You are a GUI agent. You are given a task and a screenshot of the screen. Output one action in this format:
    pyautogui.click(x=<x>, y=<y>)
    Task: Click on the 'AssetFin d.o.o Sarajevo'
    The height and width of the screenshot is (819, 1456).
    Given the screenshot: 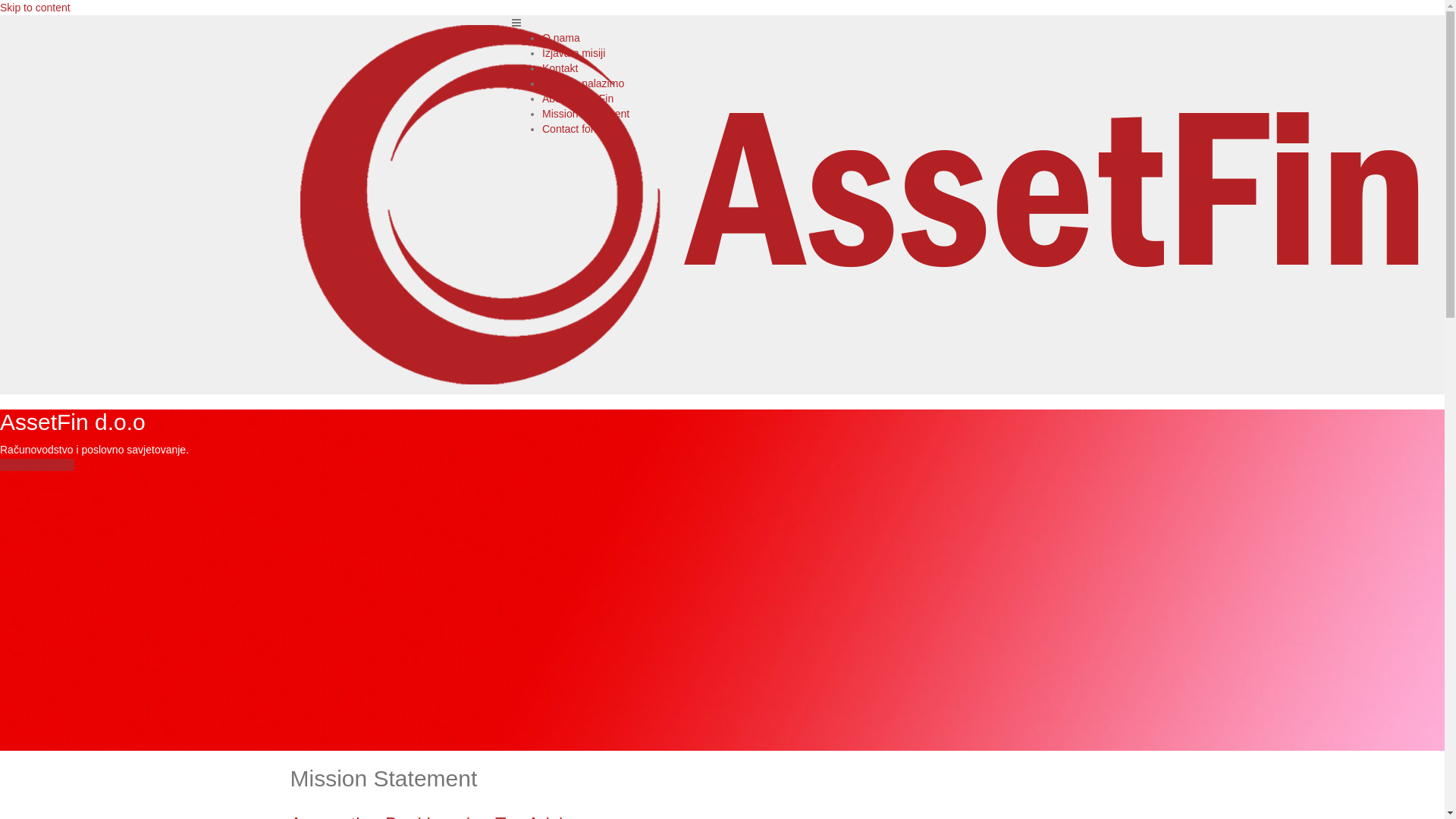 What is the action you would take?
    pyautogui.click(x=858, y=203)
    